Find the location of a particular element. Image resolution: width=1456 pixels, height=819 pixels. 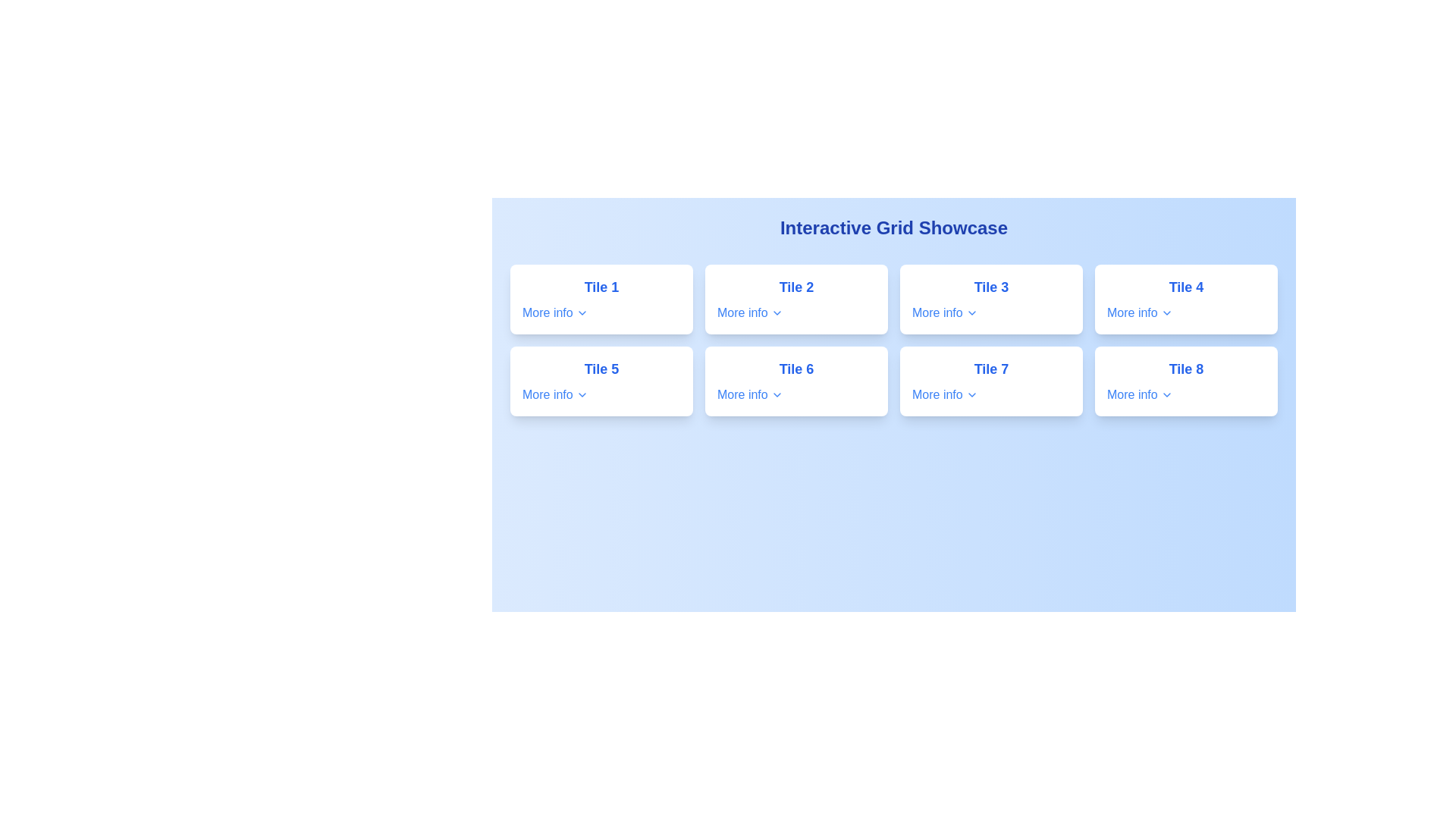

text label 'Tile 5' which is a bold, large, blue font label prominently displayed at the specified coordinates is located at coordinates (601, 369).